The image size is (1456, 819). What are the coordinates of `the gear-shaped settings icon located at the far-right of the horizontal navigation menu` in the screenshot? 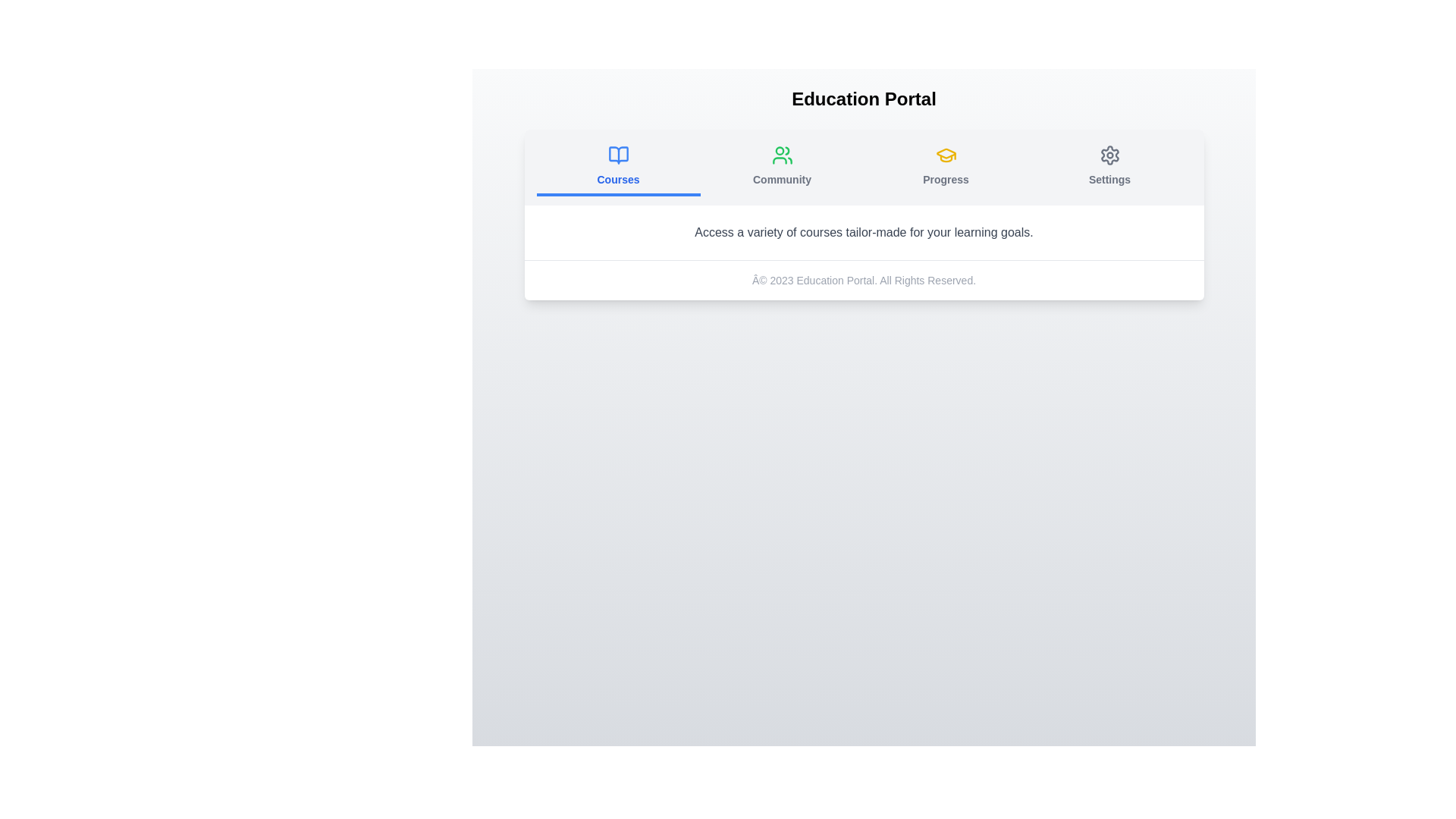 It's located at (1109, 155).